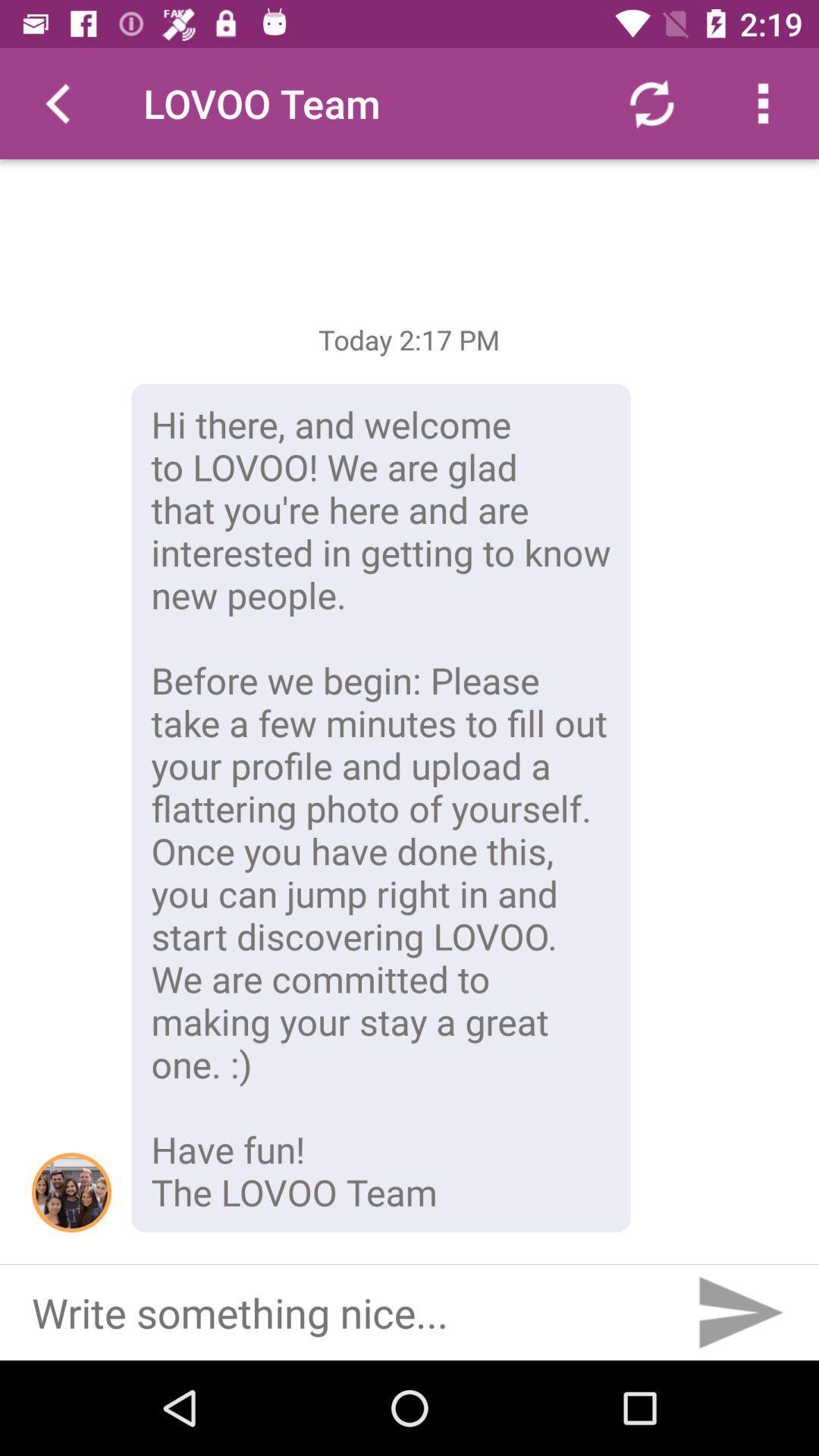  What do you see at coordinates (651, 102) in the screenshot?
I see `item above hi there and` at bounding box center [651, 102].